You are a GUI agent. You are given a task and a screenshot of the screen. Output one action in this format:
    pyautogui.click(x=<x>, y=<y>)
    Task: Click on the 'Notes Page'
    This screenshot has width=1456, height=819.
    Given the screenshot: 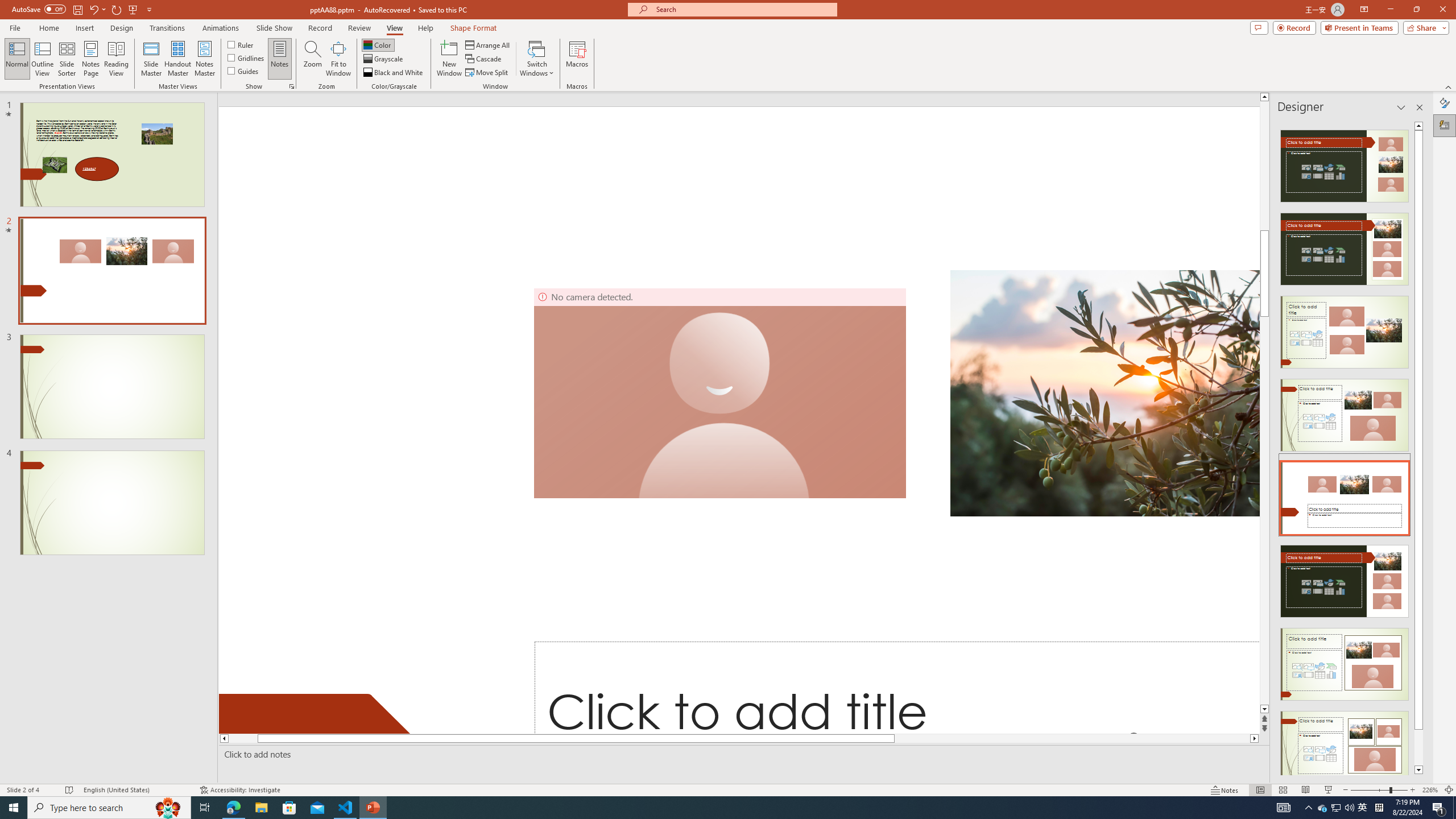 What is the action you would take?
    pyautogui.click(x=90, y=59)
    